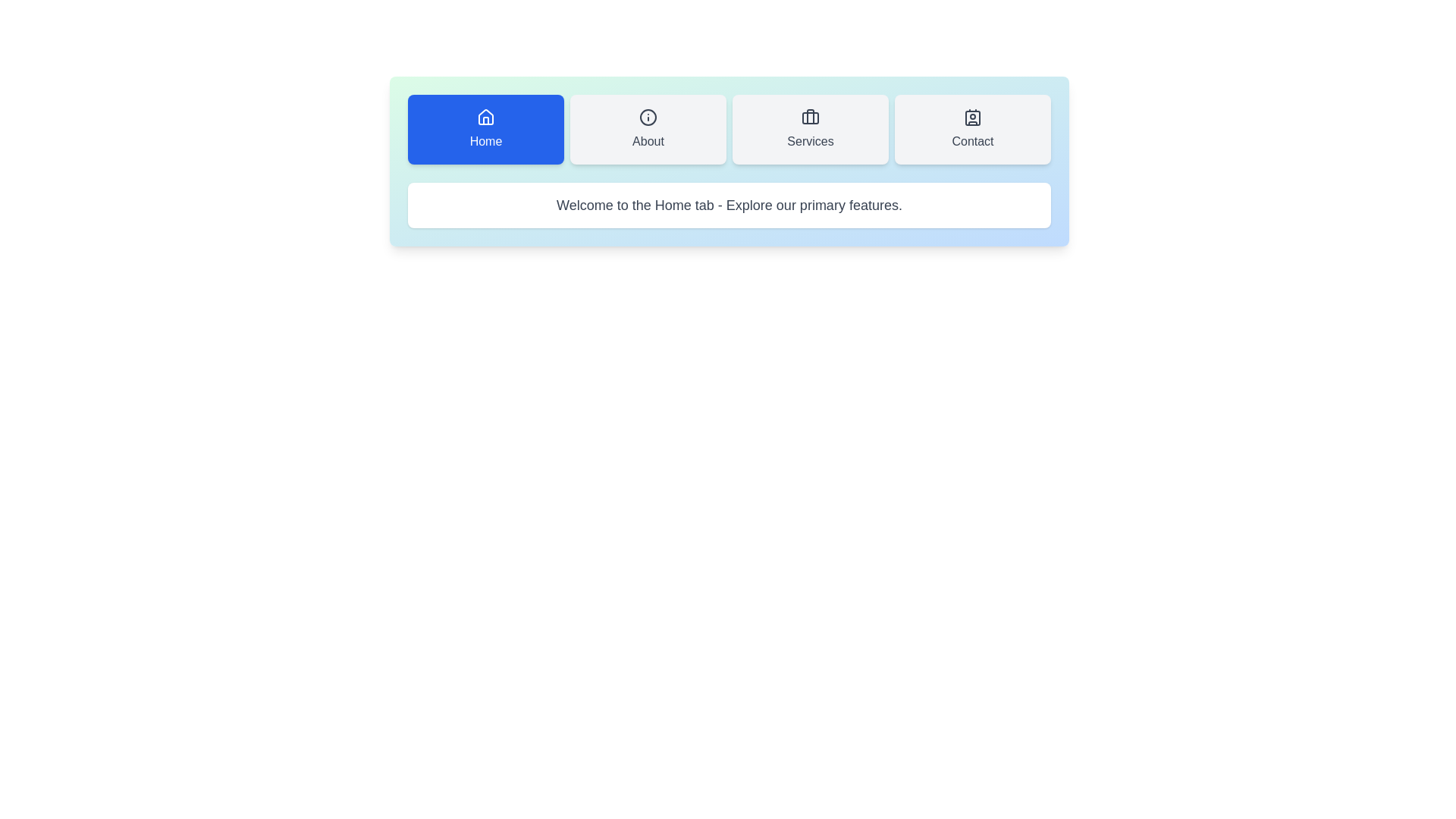 The image size is (1456, 819). What do you see at coordinates (486, 116) in the screenshot?
I see `the 'Home' tab icon located in the top-left corner of the UI for reference` at bounding box center [486, 116].